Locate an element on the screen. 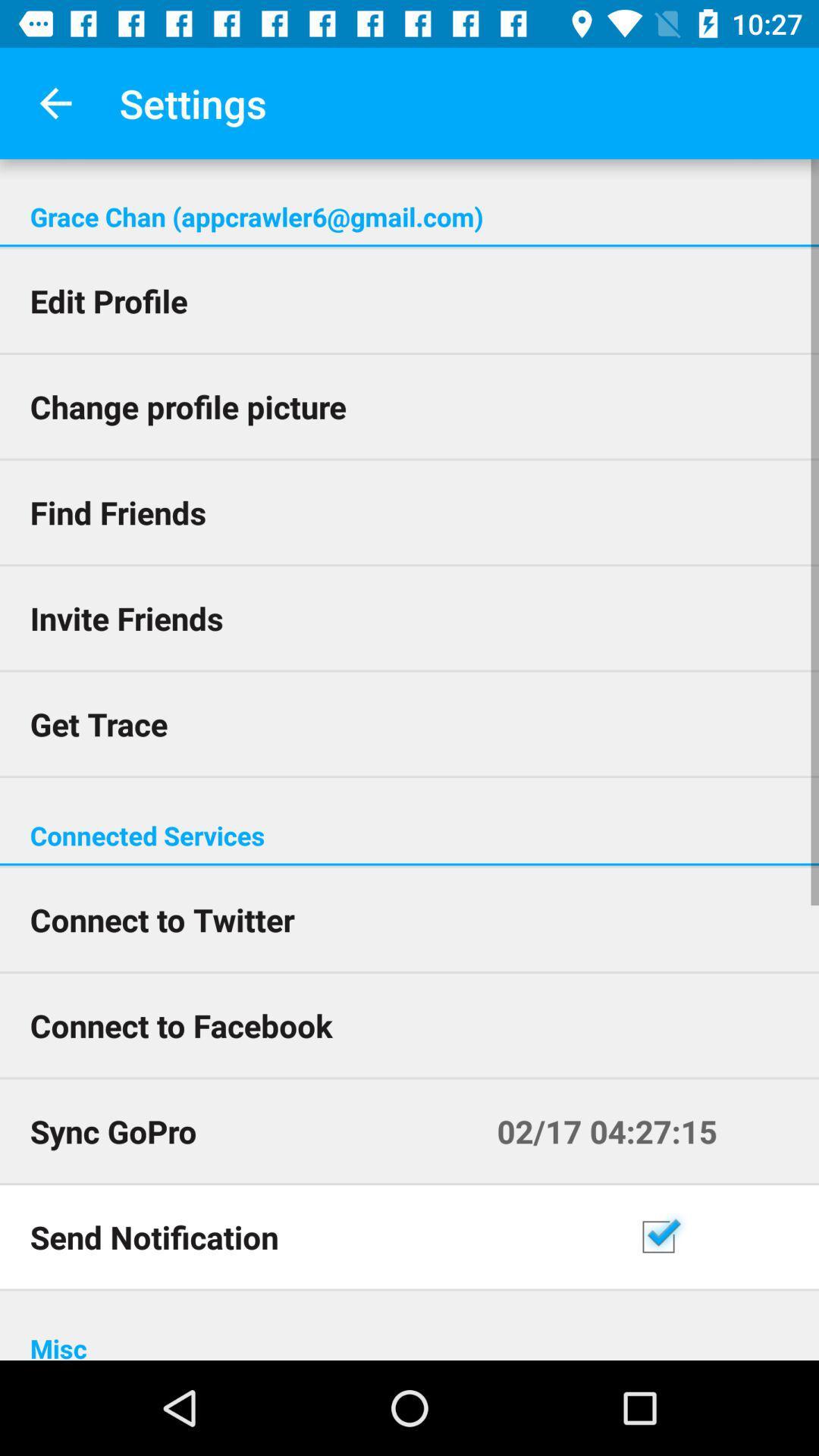 The image size is (819, 1456). the item below grace chan appcrawler6 icon is located at coordinates (409, 246).